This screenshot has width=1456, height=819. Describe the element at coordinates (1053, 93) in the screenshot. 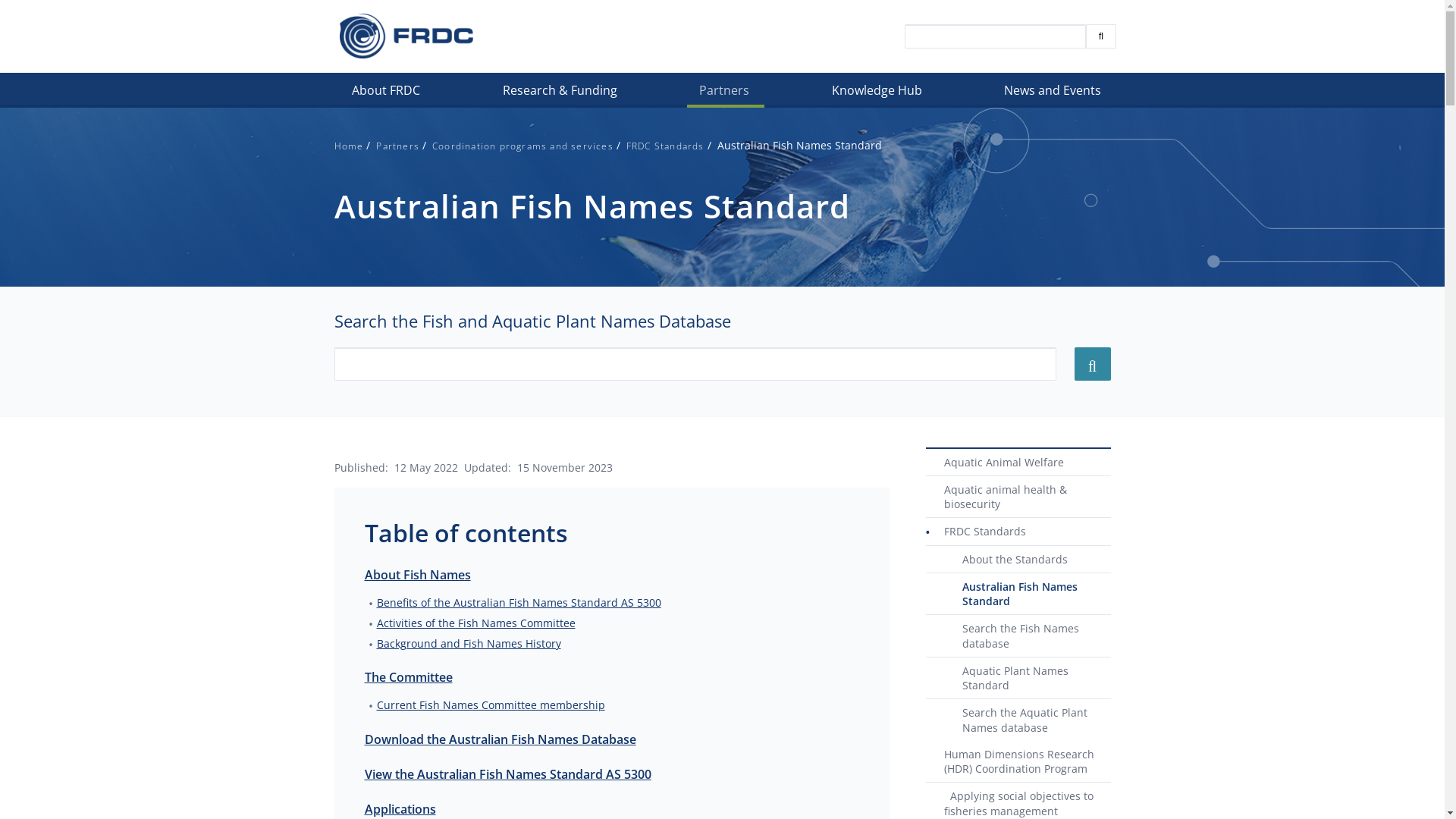

I see `'News and Events'` at that location.